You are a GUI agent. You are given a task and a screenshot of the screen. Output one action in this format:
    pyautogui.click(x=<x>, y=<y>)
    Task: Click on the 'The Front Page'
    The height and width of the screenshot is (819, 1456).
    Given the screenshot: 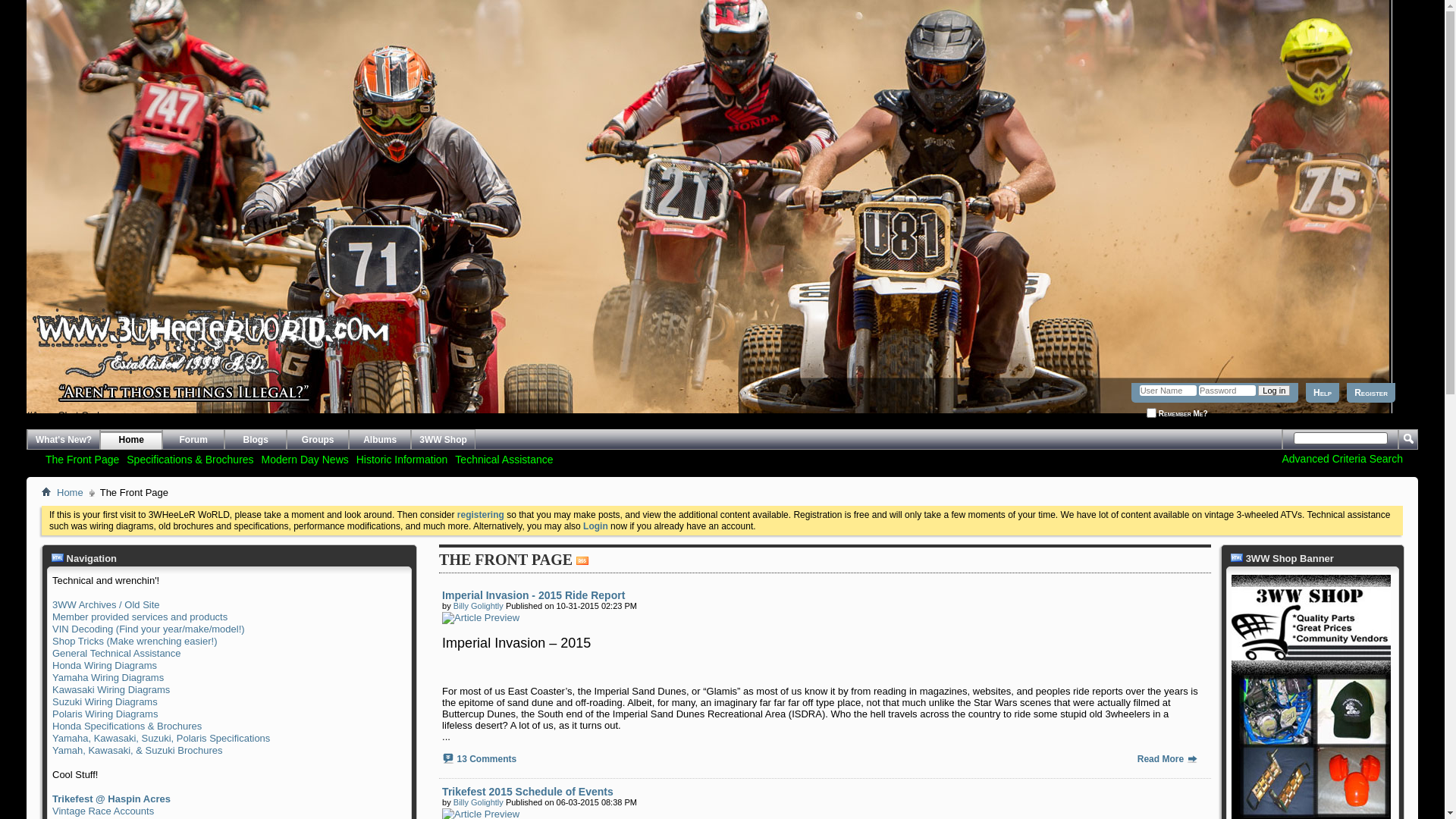 What is the action you would take?
    pyautogui.click(x=81, y=458)
    